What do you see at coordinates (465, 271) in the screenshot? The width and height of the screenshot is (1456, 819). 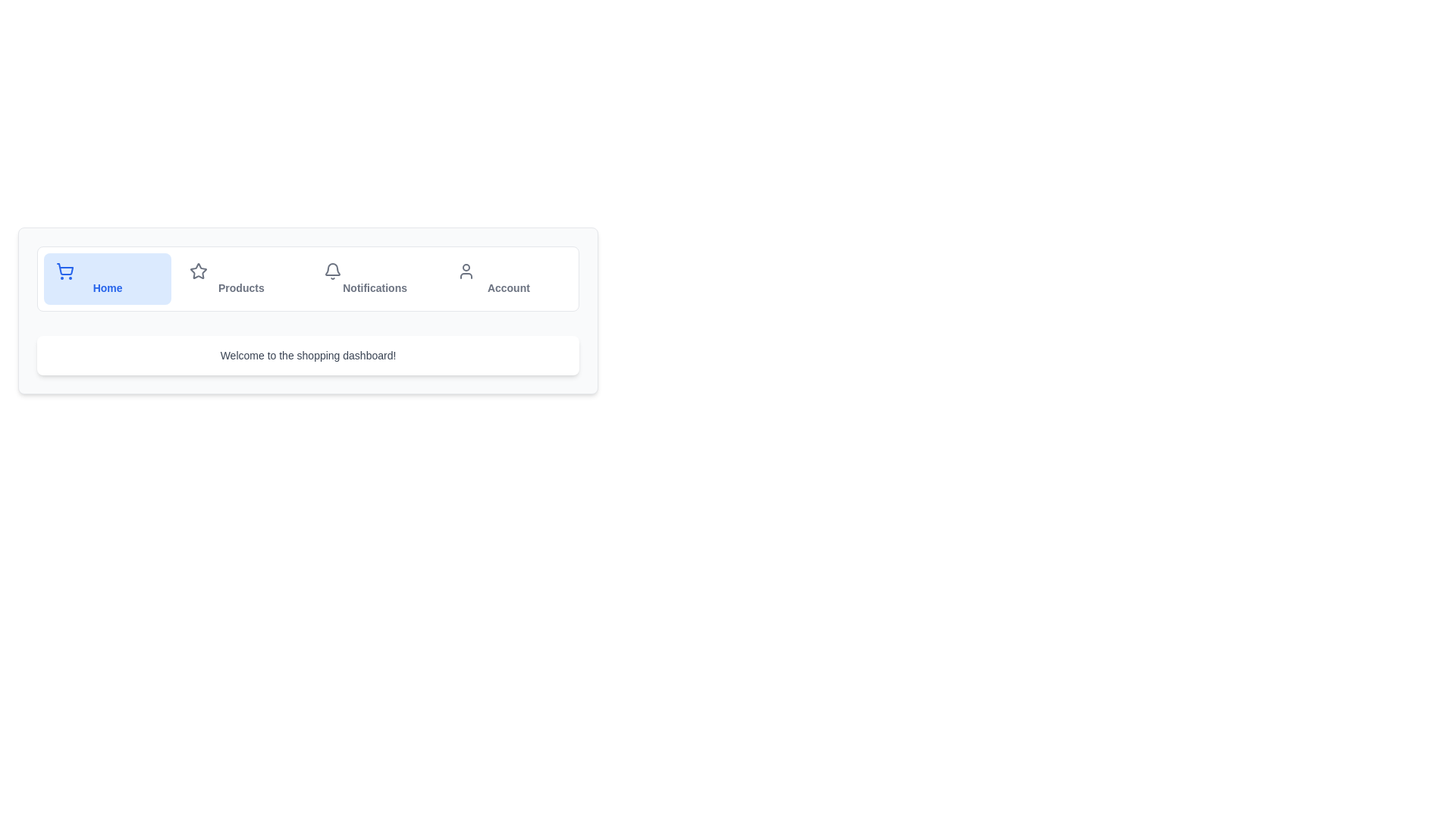 I see `the user icon in the navigation menu, which is styled with a gray stroke and located to the left of the text 'Account'` at bounding box center [465, 271].